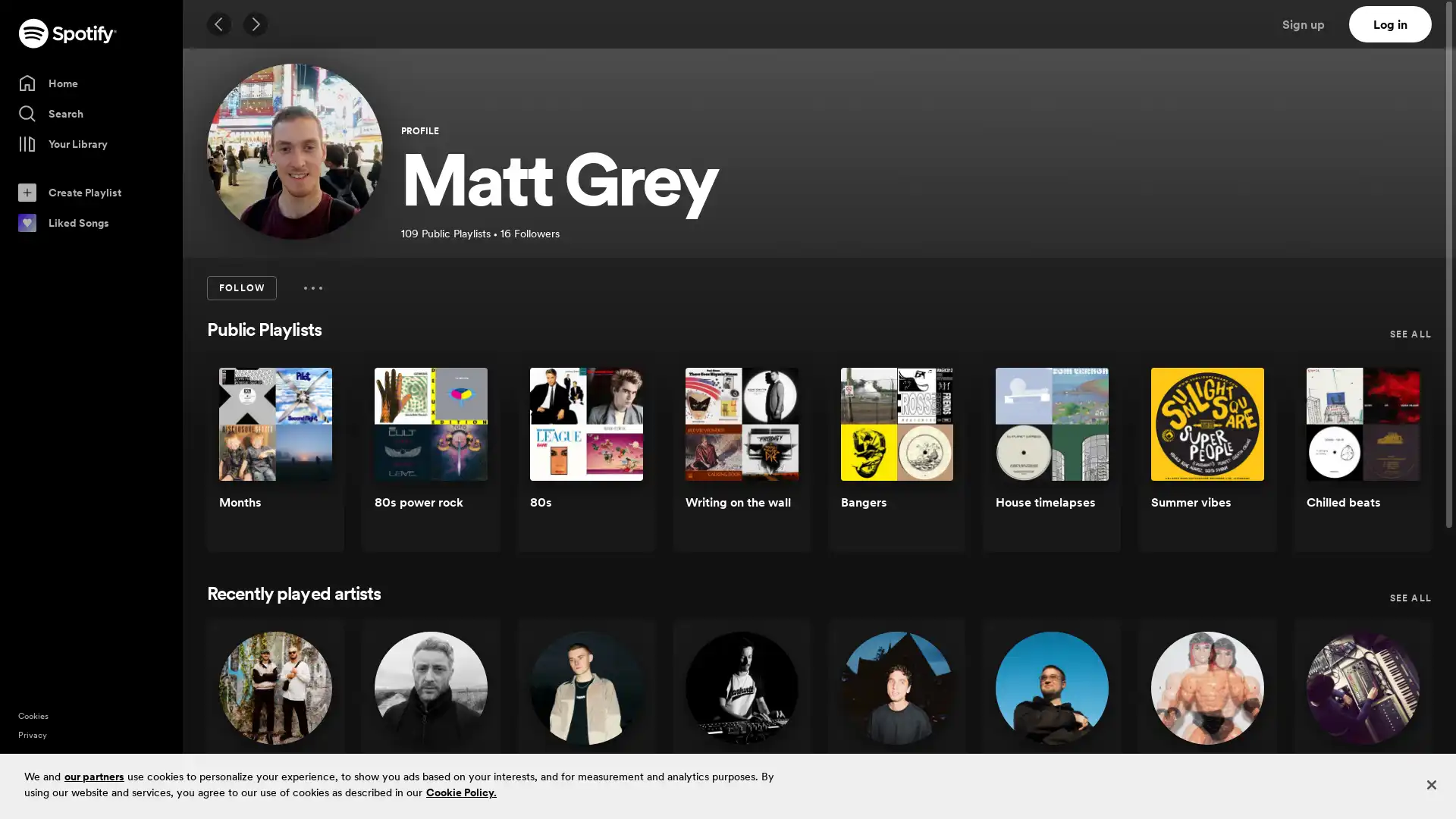  Describe the element at coordinates (1430, 784) in the screenshot. I see `Close` at that location.